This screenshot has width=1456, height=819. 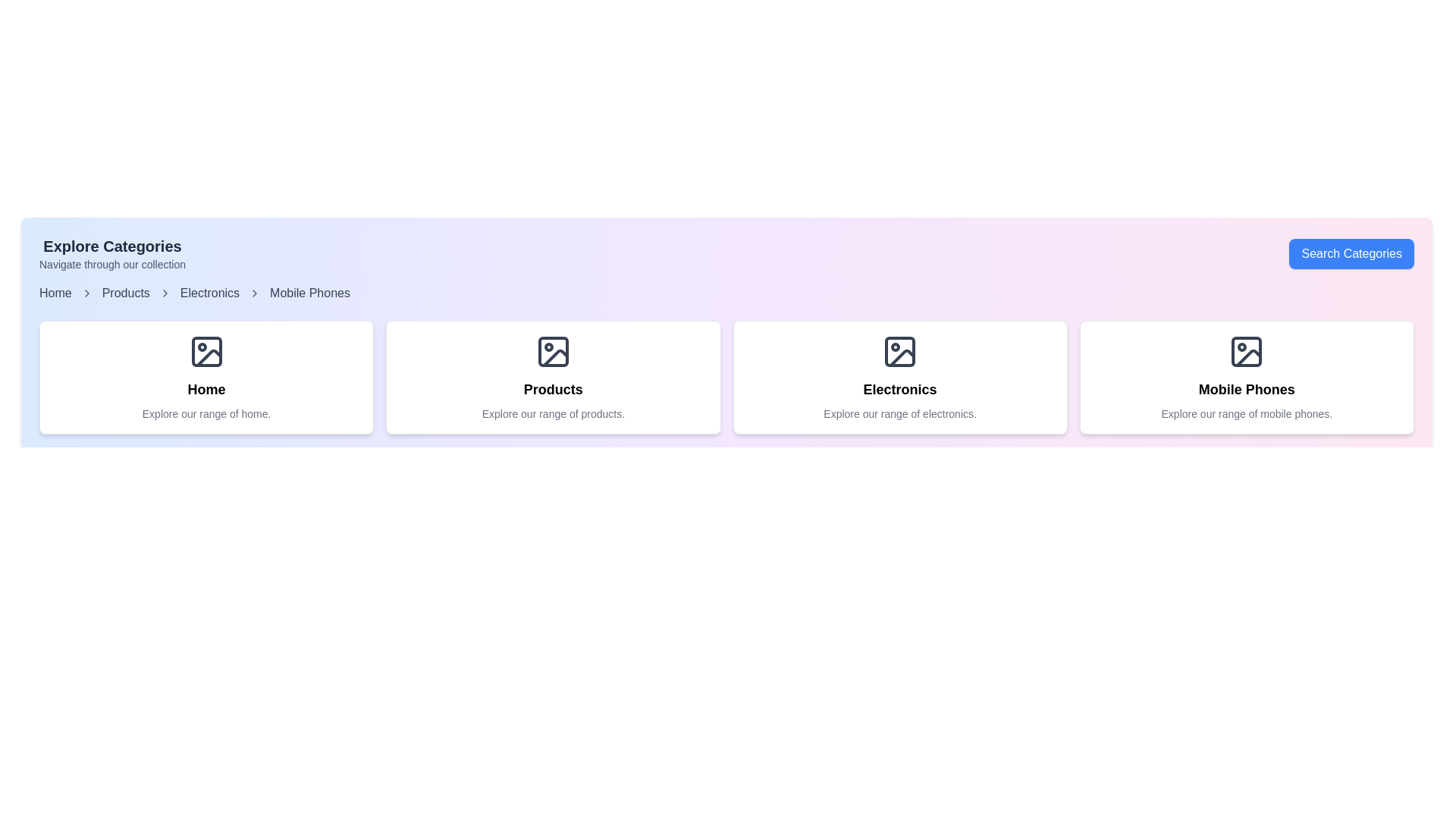 I want to click on the 'Mobile Phones' breadcrumb link in the navigation bar, so click(x=309, y=293).